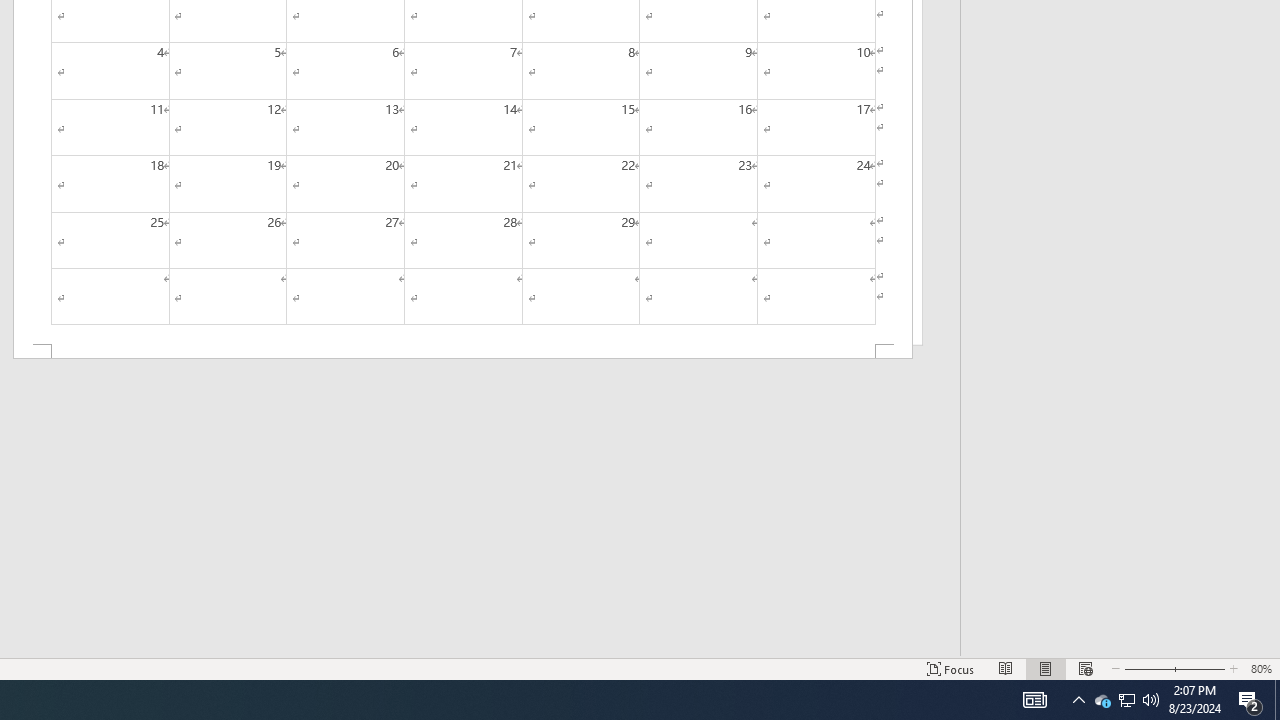  Describe the element at coordinates (950, 669) in the screenshot. I see `'Focus '` at that location.